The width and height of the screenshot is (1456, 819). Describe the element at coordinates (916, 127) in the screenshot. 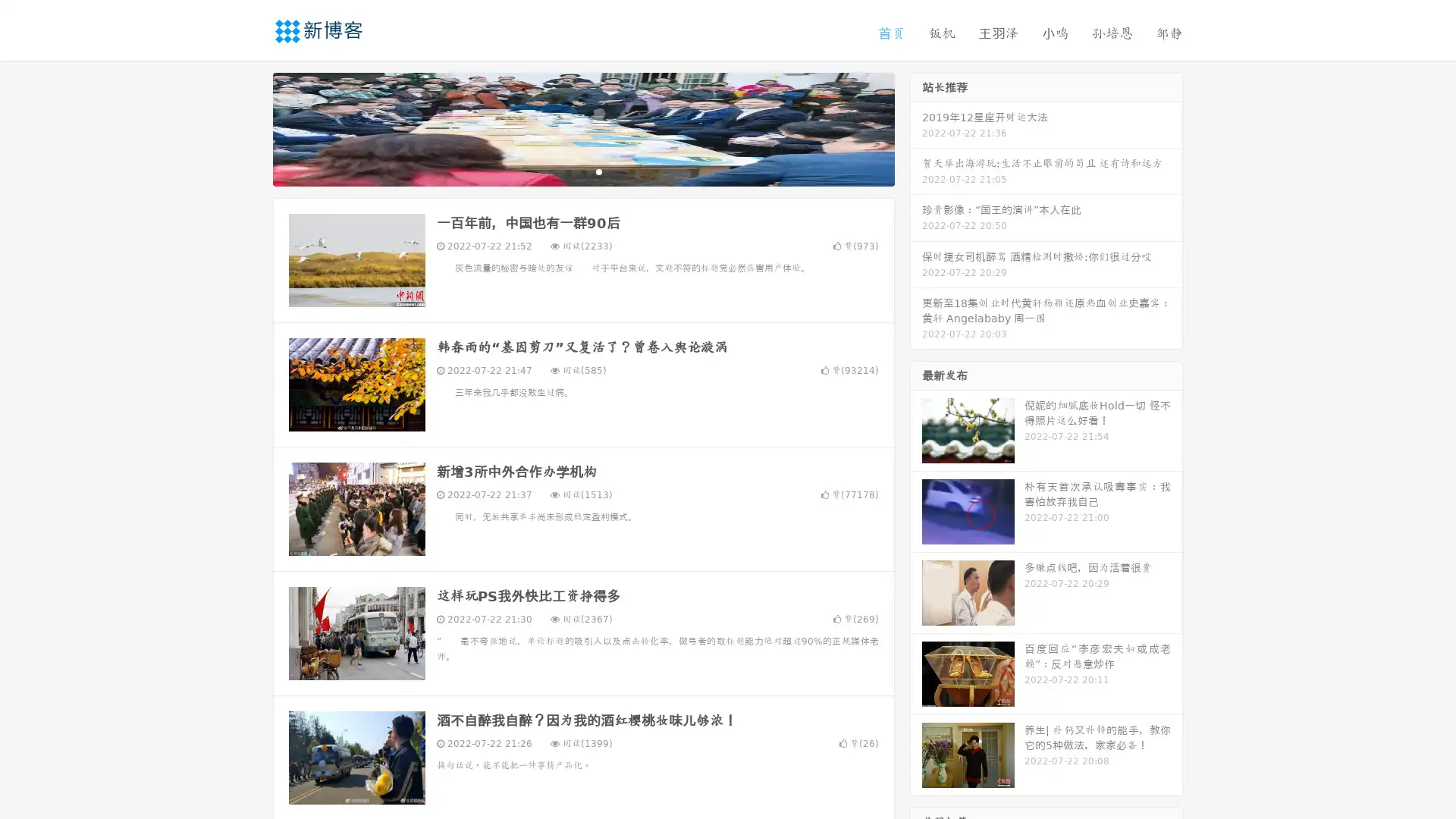

I see `Next slide` at that location.